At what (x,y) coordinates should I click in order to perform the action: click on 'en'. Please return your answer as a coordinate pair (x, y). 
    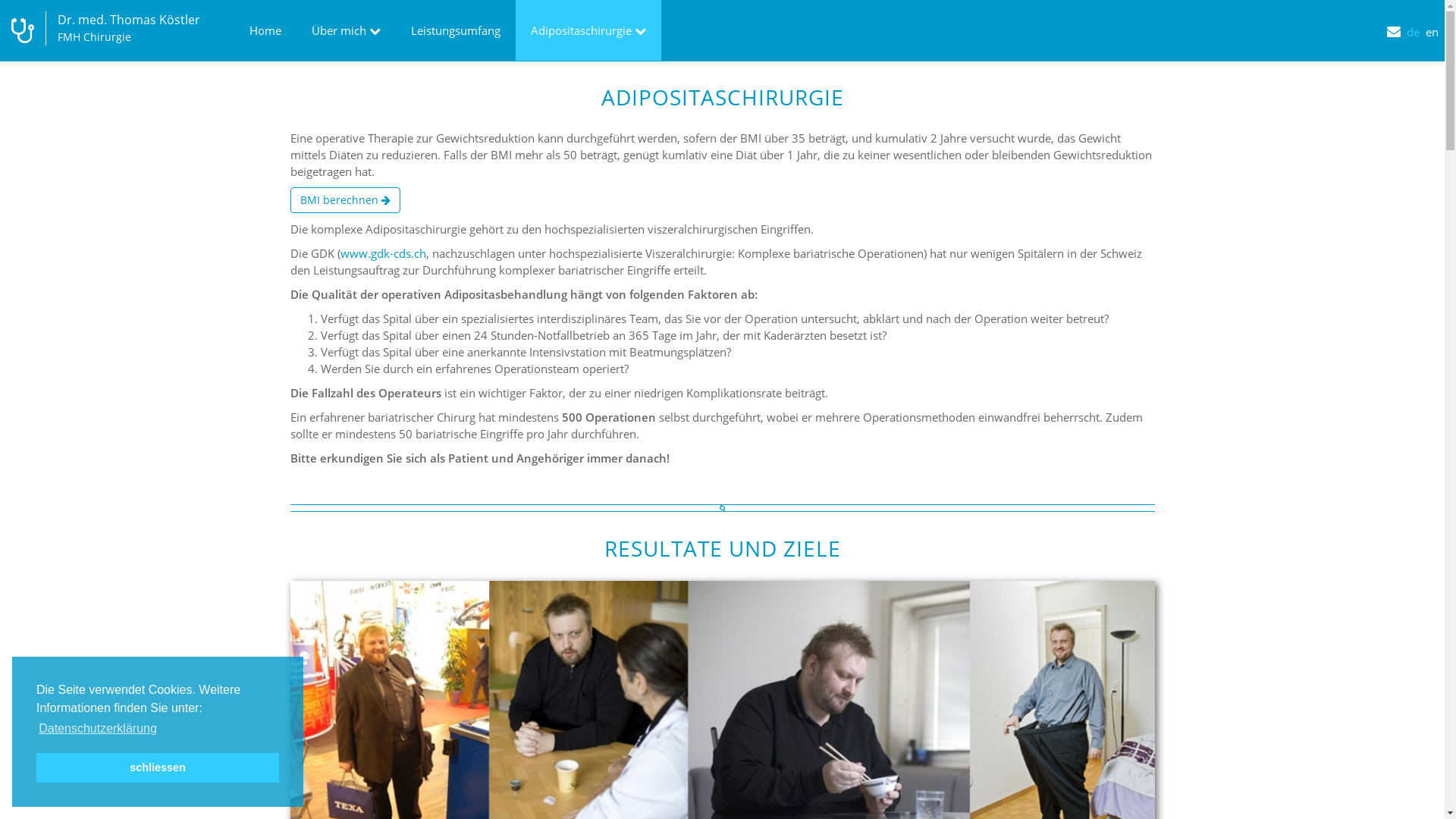
    Looking at the image, I should click on (1434, 20).